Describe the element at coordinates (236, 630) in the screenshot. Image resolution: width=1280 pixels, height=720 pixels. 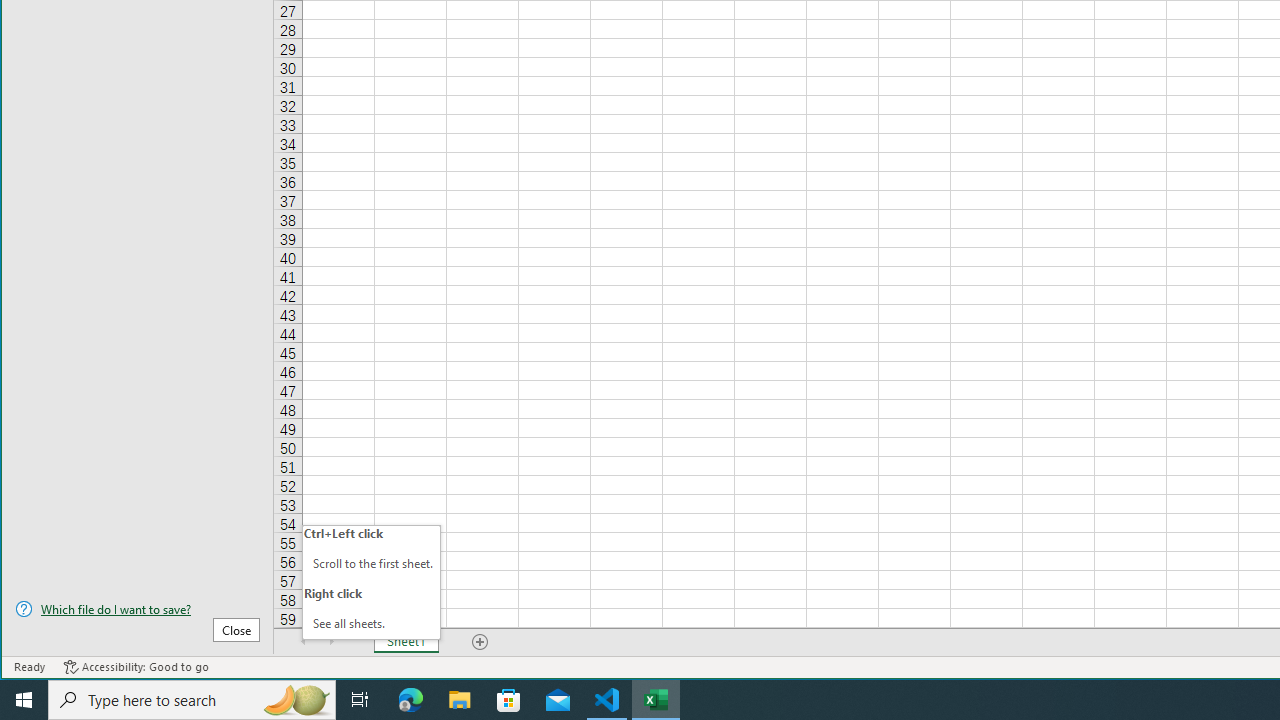
I see `'Close'` at that location.